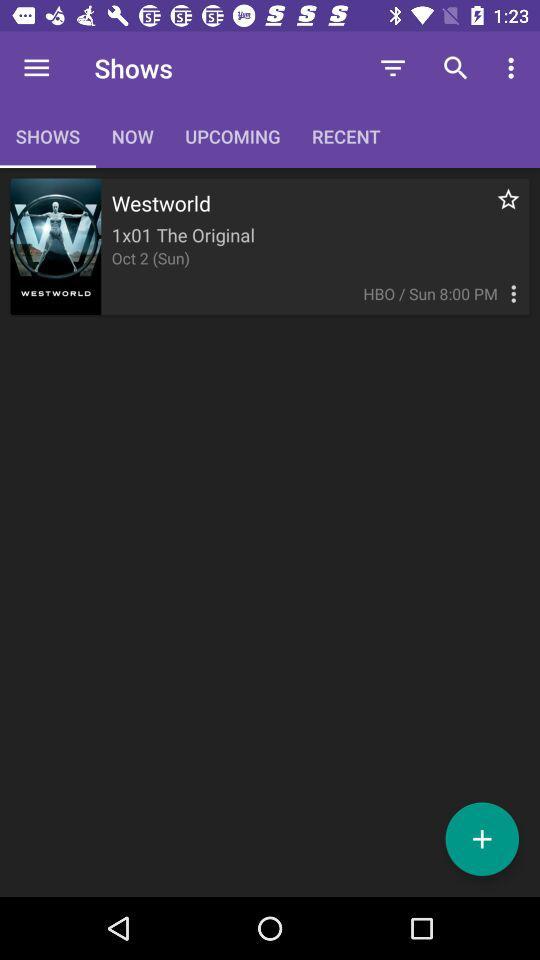 The height and width of the screenshot is (960, 540). Describe the element at coordinates (496, 210) in the screenshot. I see `icon to the right of westworld` at that location.